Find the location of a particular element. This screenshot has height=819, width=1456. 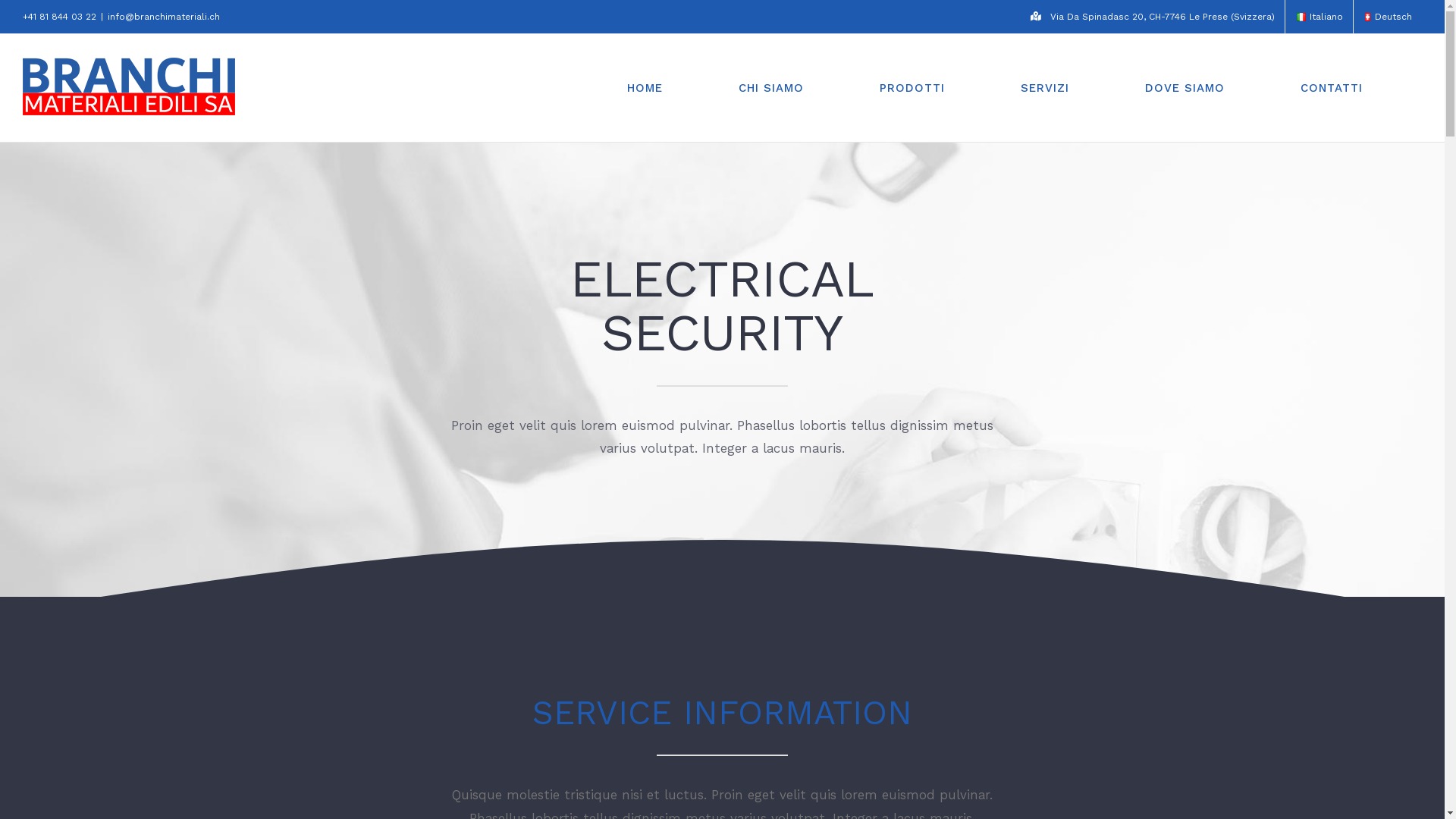

'CHI SIAMO' is located at coordinates (771, 87).